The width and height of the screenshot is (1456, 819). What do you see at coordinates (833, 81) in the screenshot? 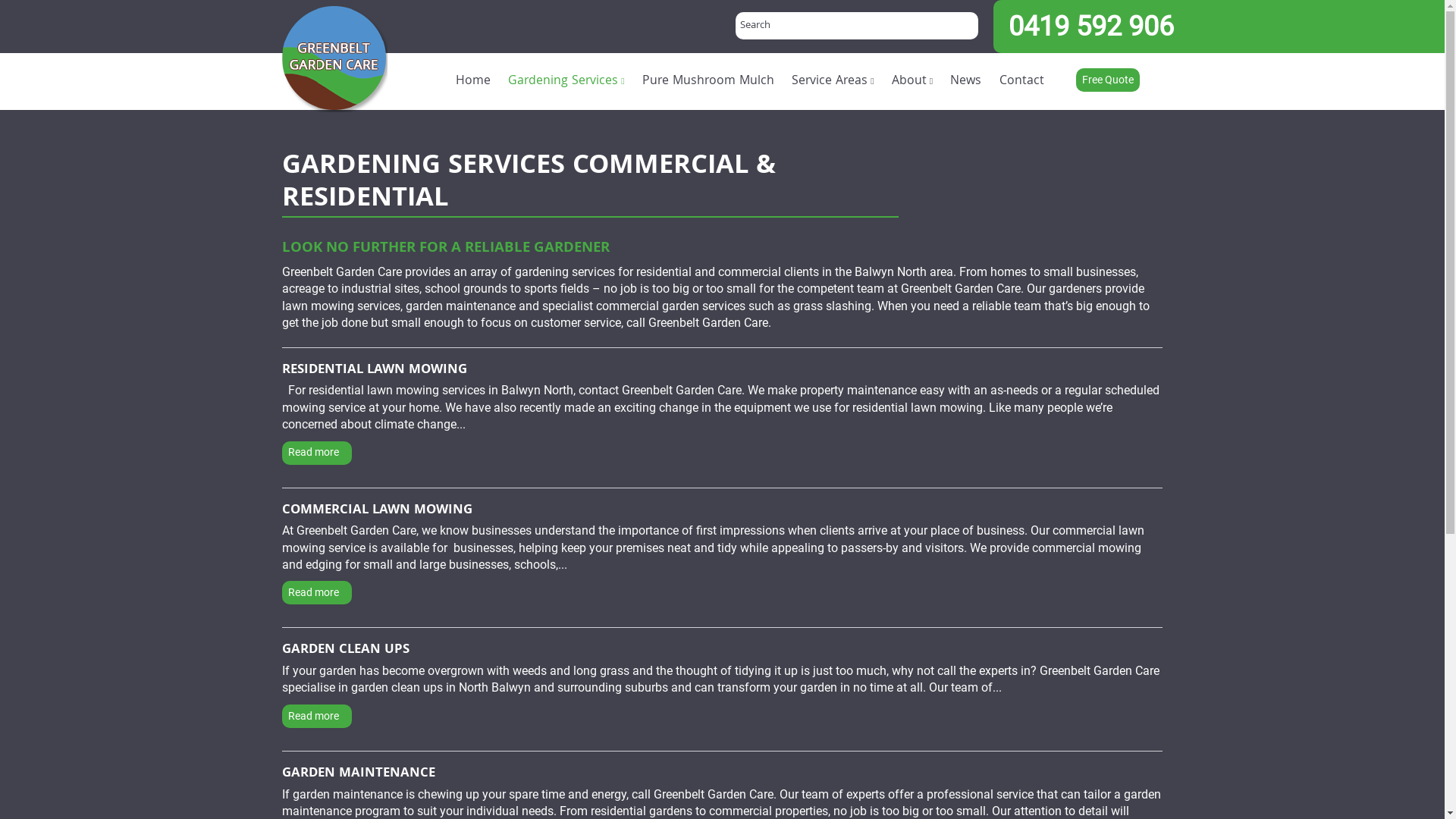
I see `'Service Areas'` at bounding box center [833, 81].